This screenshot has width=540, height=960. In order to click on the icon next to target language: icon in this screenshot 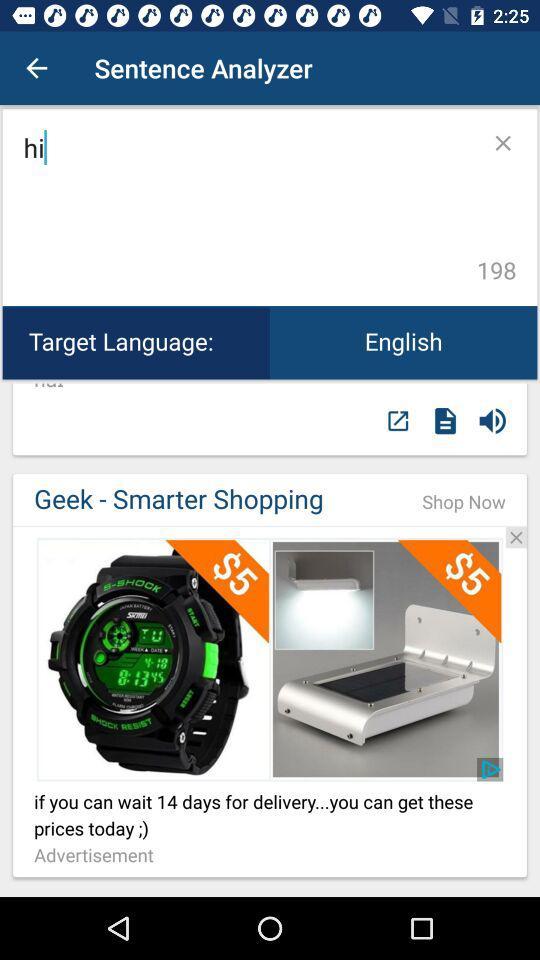, I will do `click(403, 342)`.